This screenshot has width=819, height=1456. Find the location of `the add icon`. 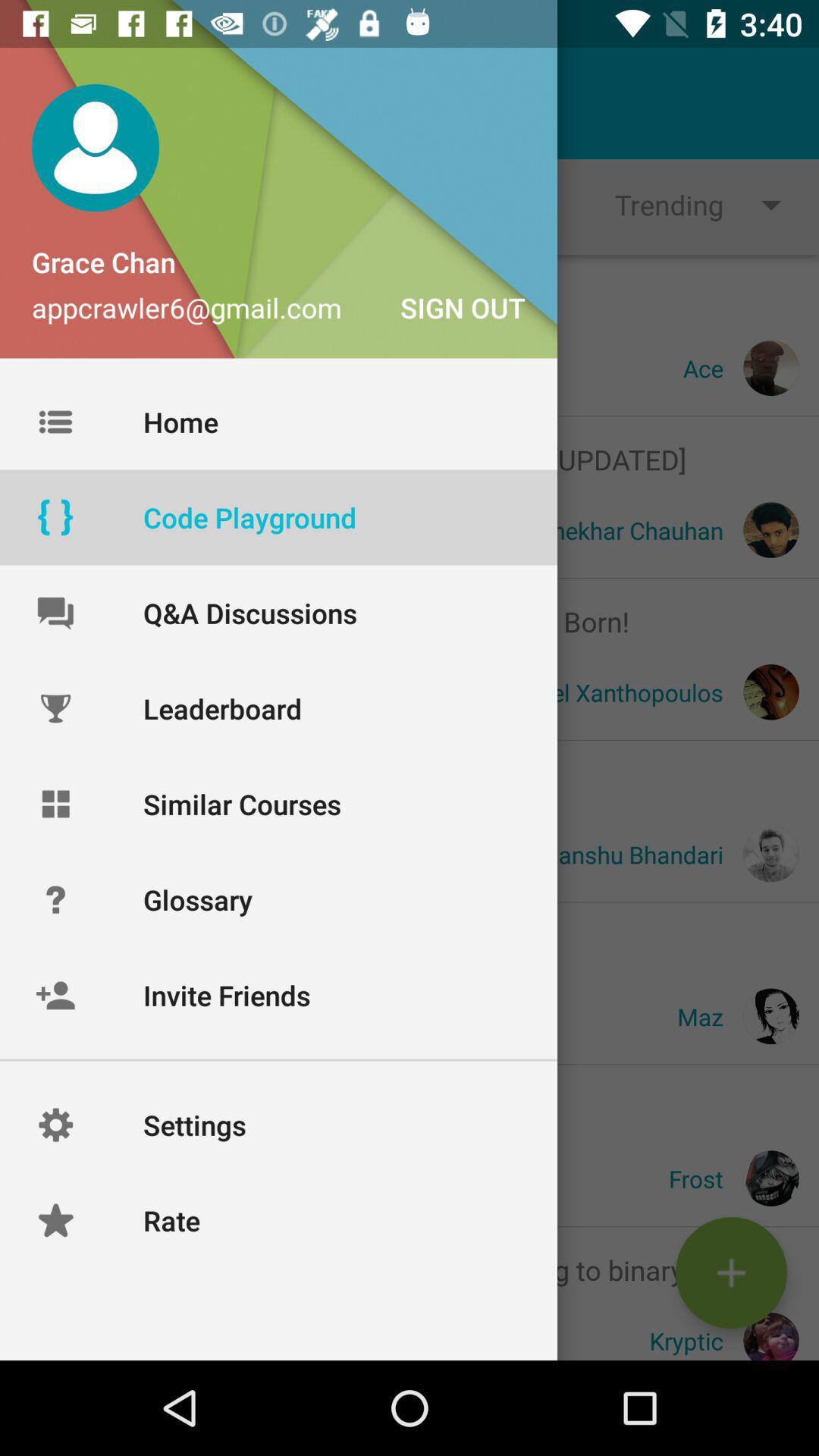

the add icon is located at coordinates (730, 1272).